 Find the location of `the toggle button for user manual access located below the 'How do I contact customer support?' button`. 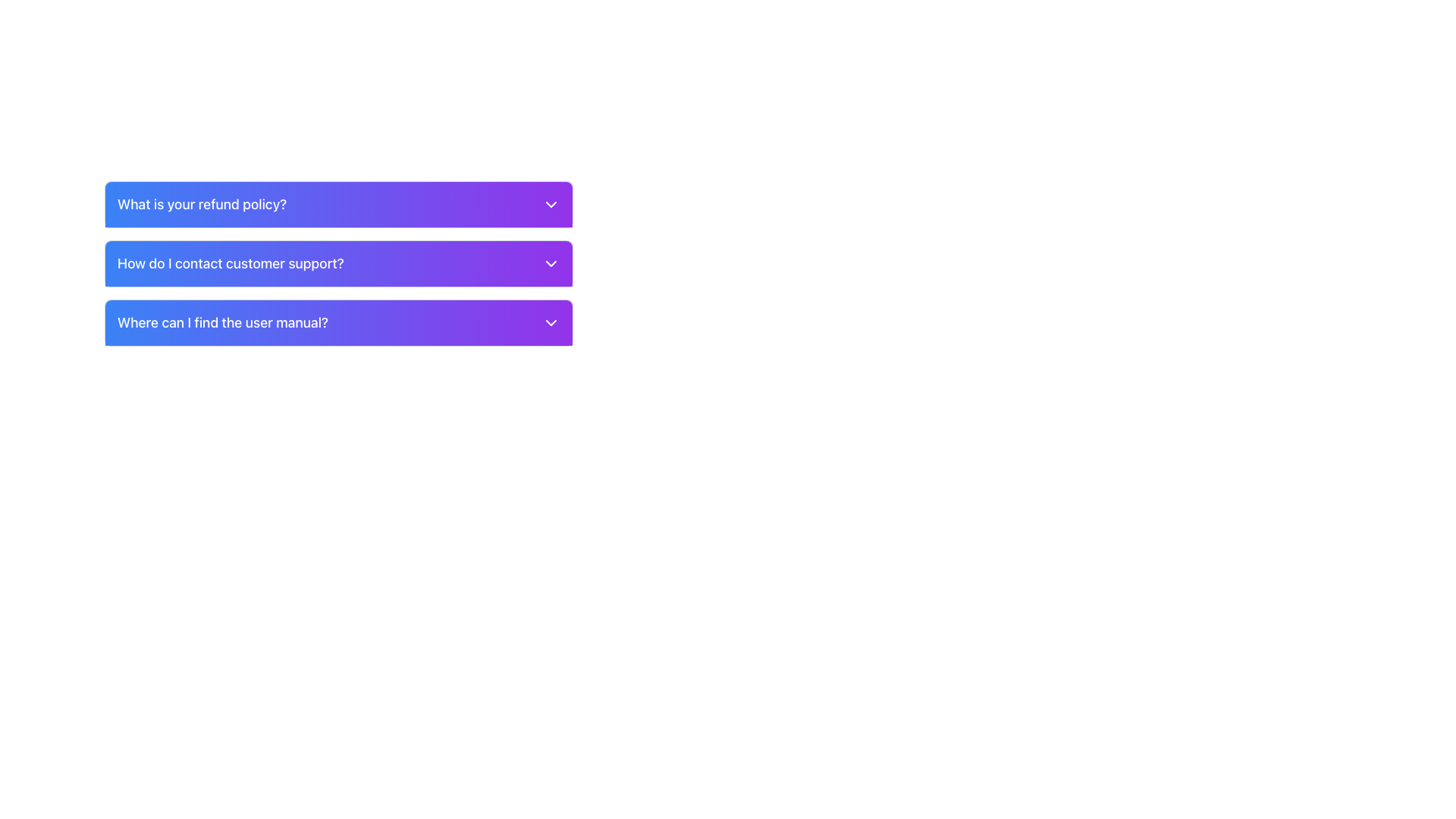

the toggle button for user manual access located below the 'How do I contact customer support?' button is located at coordinates (337, 322).